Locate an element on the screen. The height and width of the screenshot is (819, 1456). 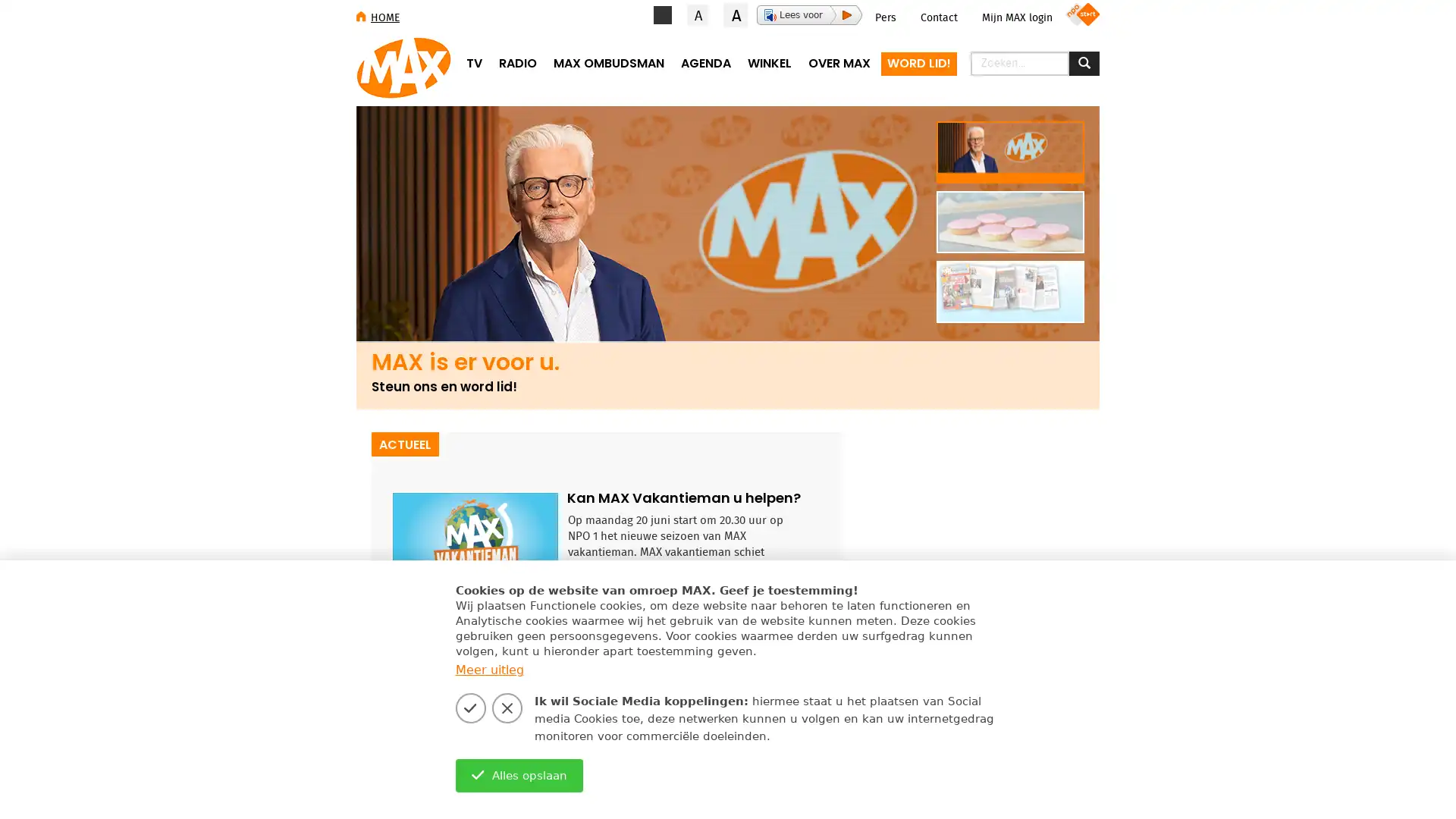
Alles opslaan is located at coordinates (519, 775).